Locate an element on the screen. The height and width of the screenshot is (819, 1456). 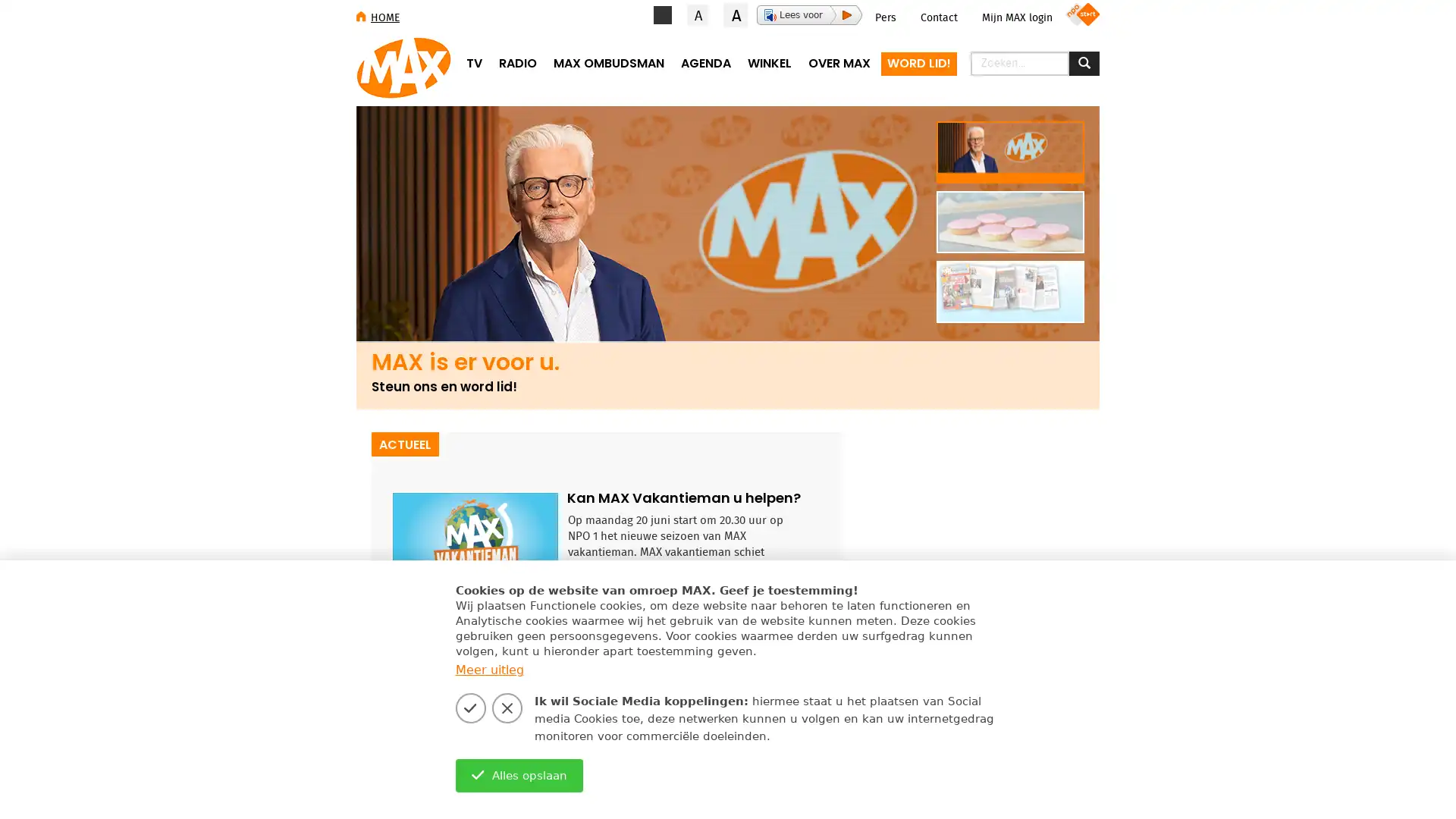
Alles opslaan is located at coordinates (519, 775).